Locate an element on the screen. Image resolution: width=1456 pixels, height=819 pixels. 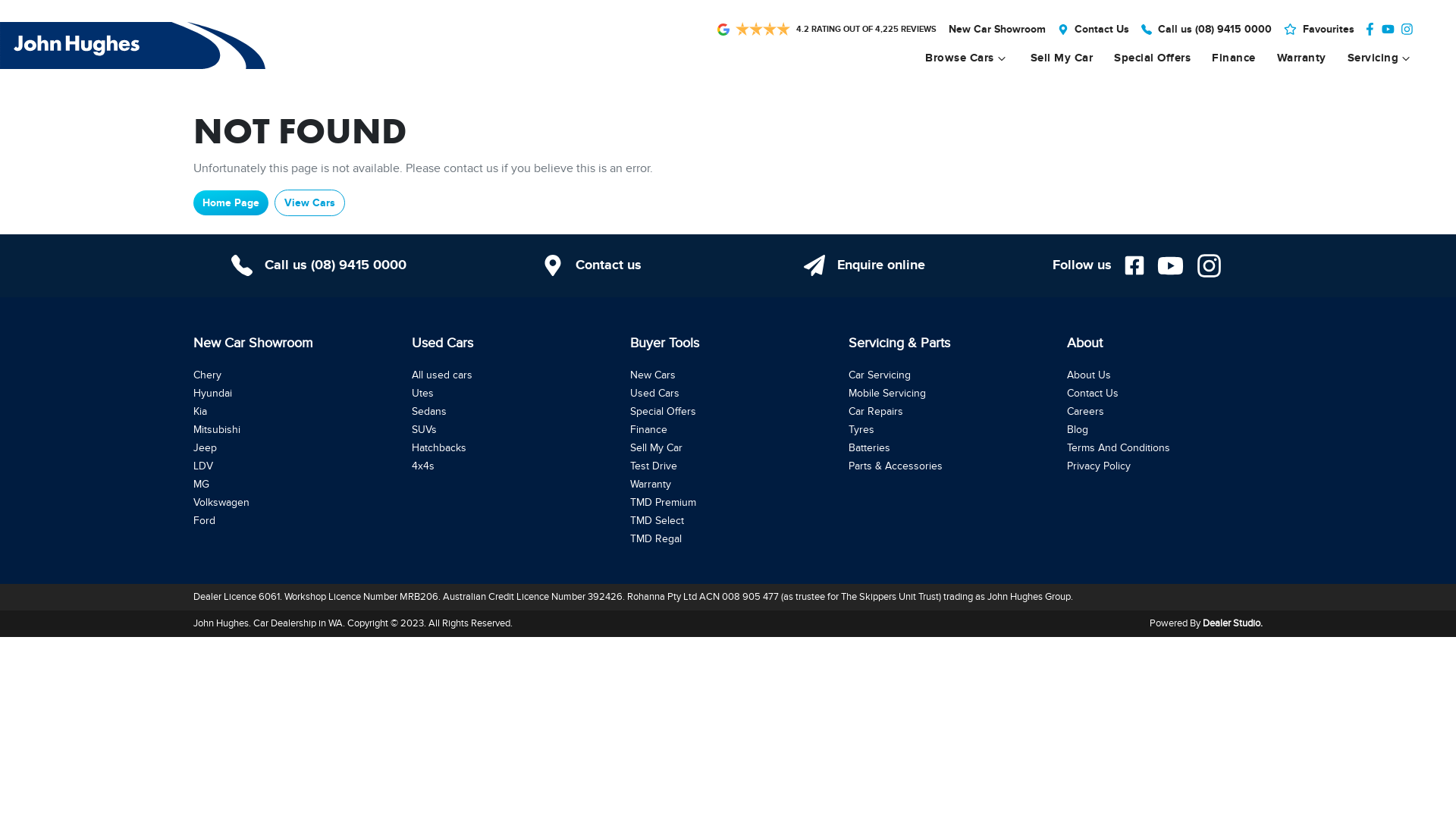
'Car Servicing' is located at coordinates (880, 375).